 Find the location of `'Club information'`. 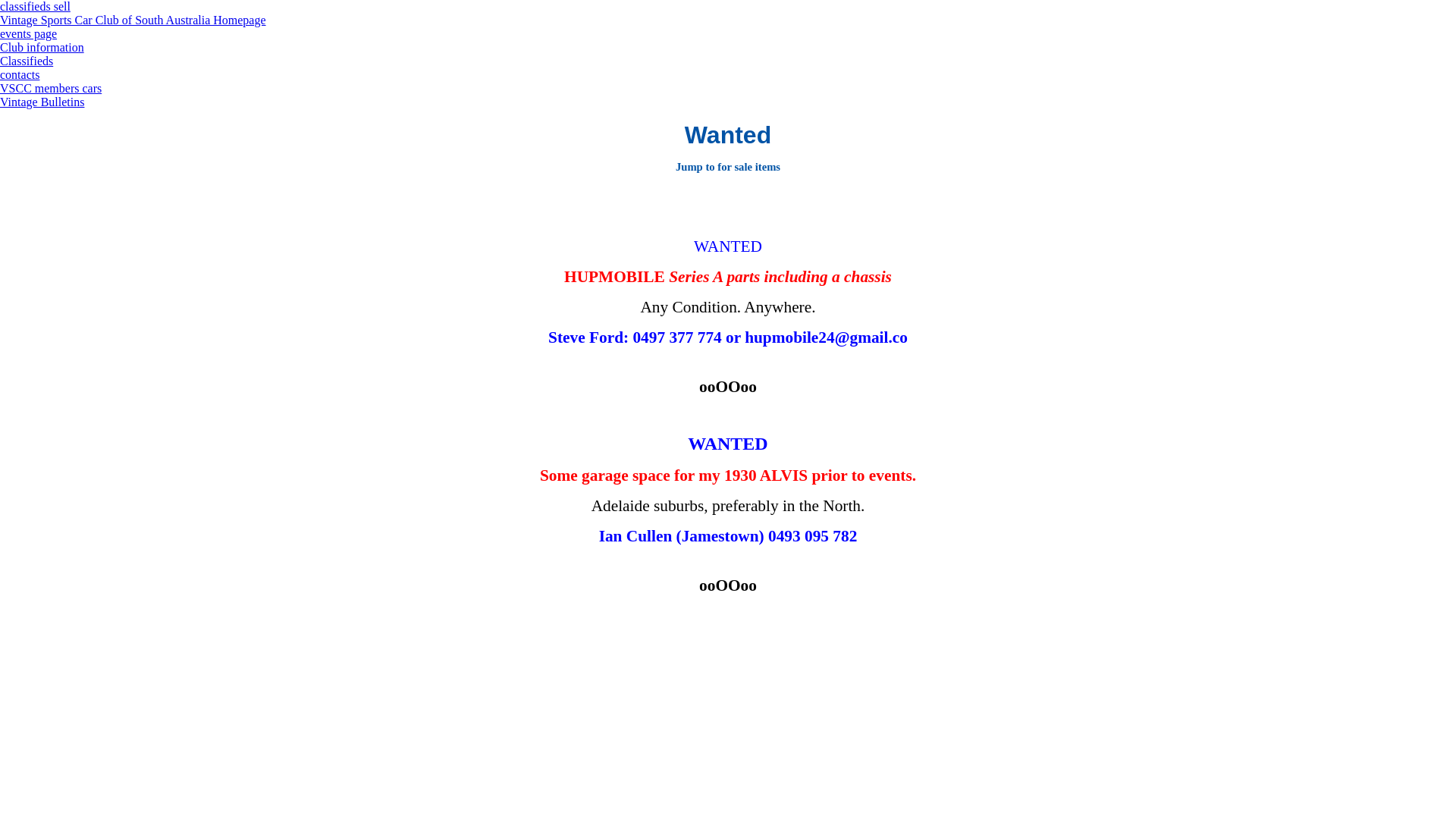

'Club information' is located at coordinates (0, 46).